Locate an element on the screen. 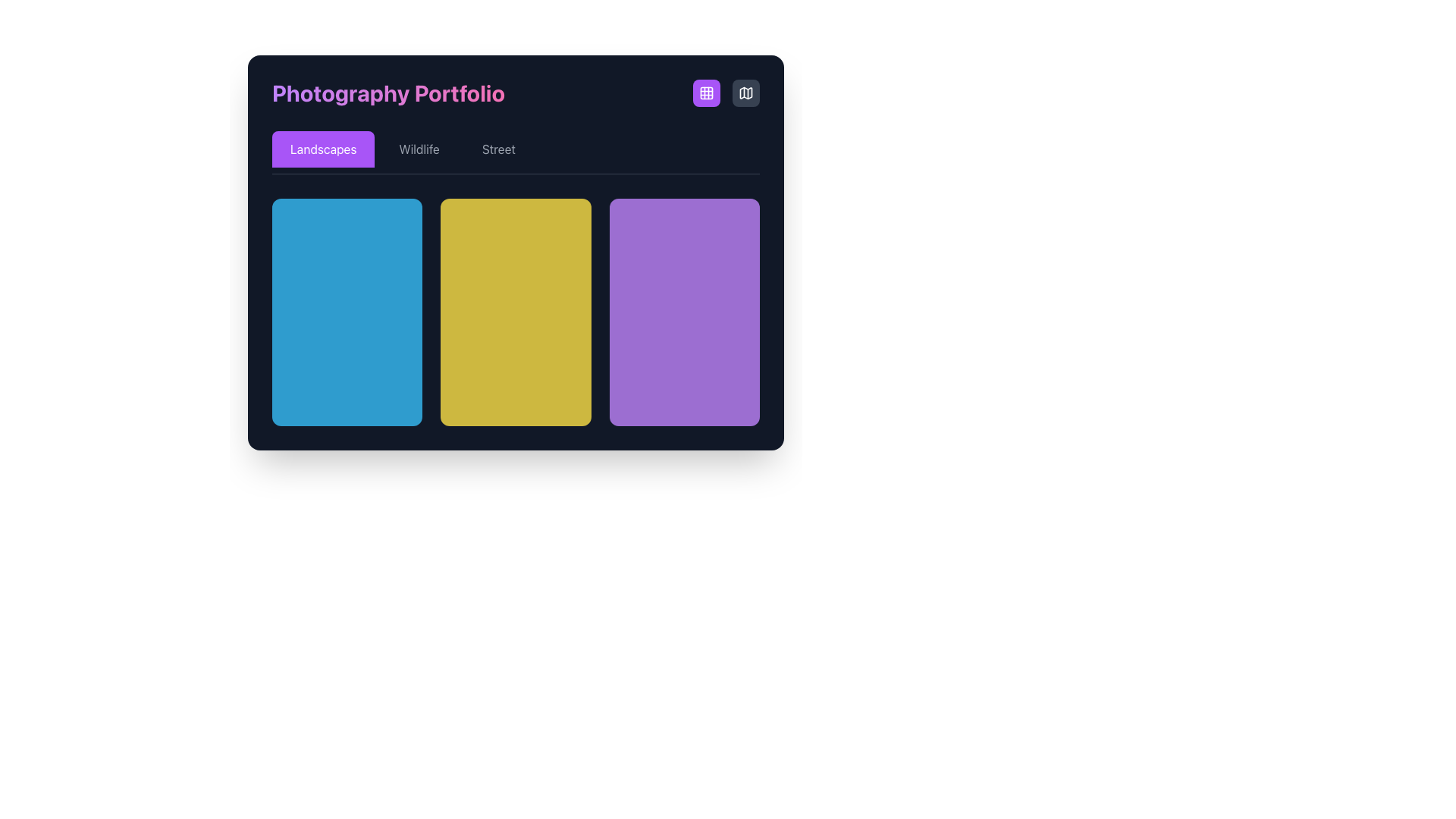 The width and height of the screenshot is (1456, 819). the first button in the top-left section of the navigation tab is located at coordinates (322, 149).